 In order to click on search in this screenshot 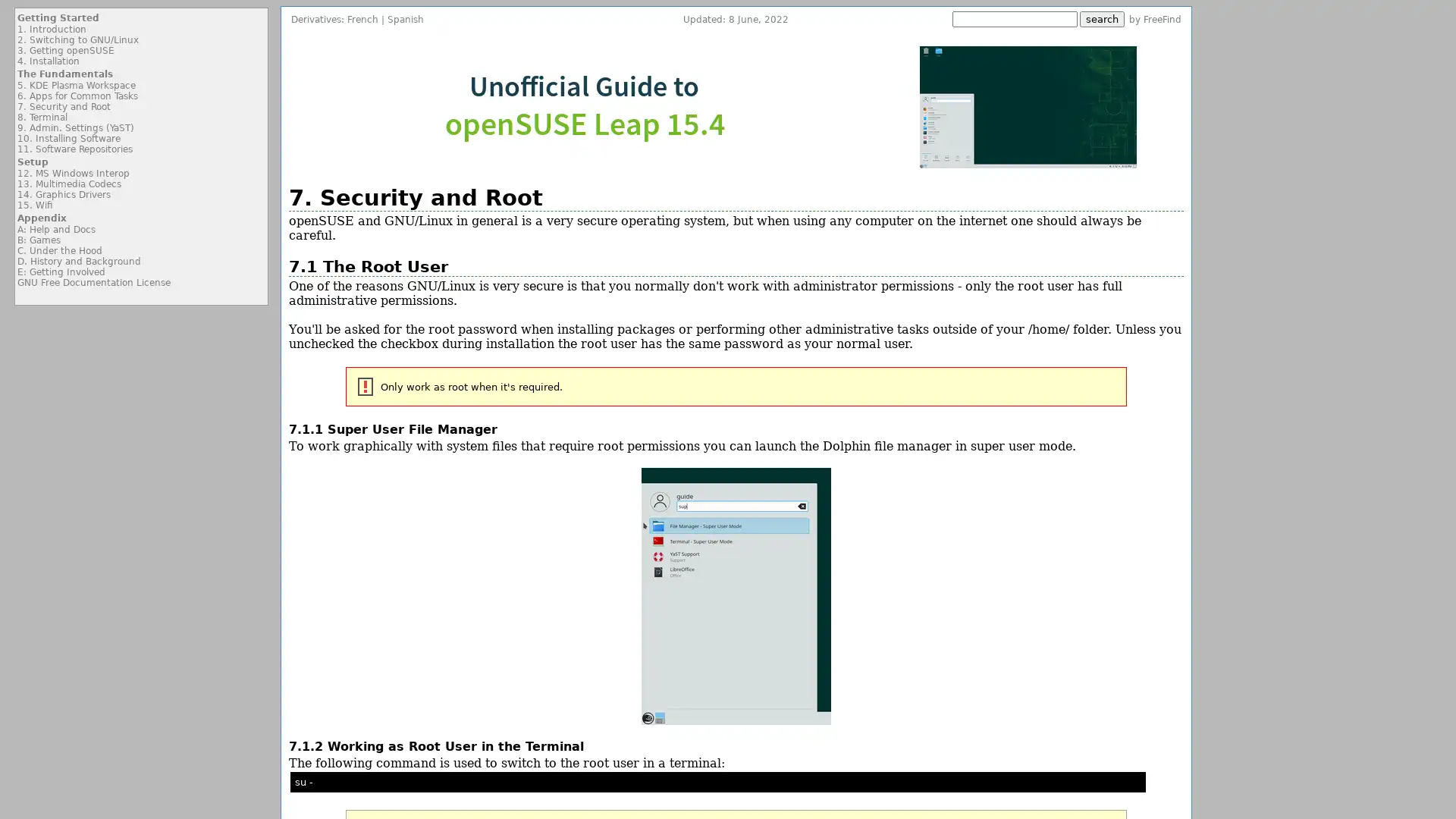, I will do `click(1102, 19)`.